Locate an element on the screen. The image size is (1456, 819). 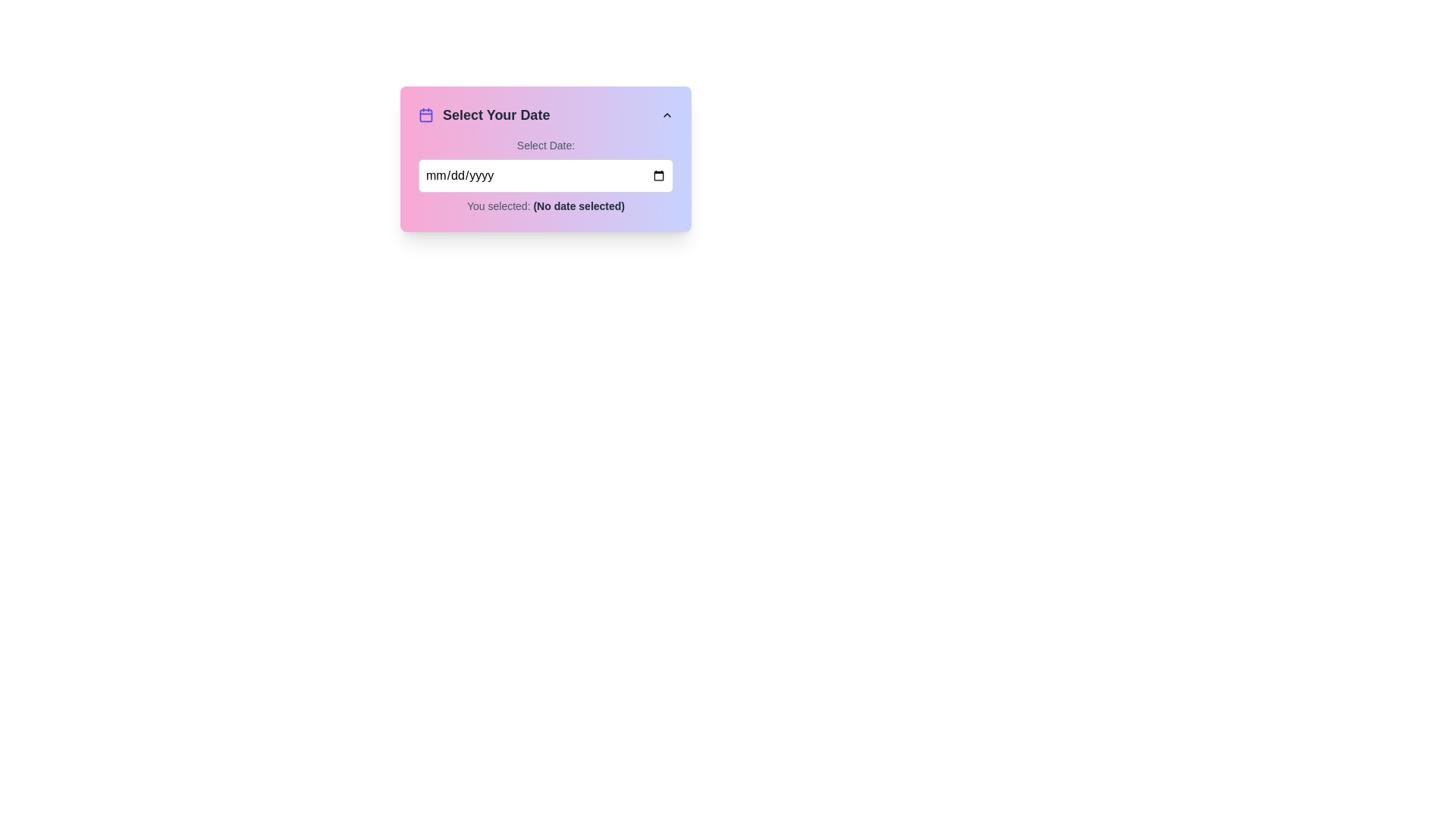
the 'Select Your Date' text label, which is styled with a bold font and accompanied by a calendar icon, located at the top left of the form-like section is located at coordinates (483, 114).